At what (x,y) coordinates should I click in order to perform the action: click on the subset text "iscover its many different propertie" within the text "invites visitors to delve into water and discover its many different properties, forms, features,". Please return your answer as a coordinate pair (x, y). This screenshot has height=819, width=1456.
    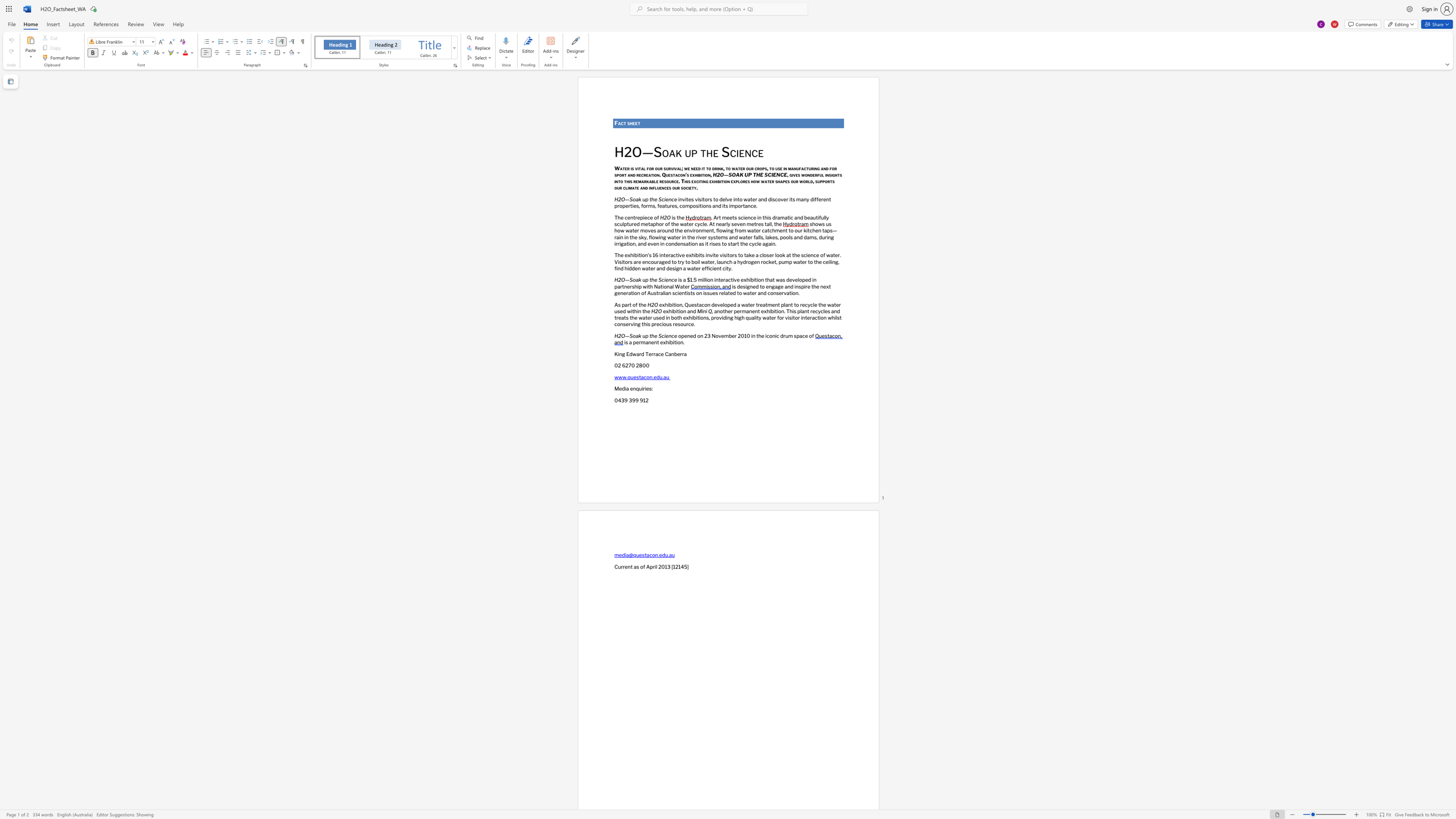
    Looking at the image, I should click on (770, 199).